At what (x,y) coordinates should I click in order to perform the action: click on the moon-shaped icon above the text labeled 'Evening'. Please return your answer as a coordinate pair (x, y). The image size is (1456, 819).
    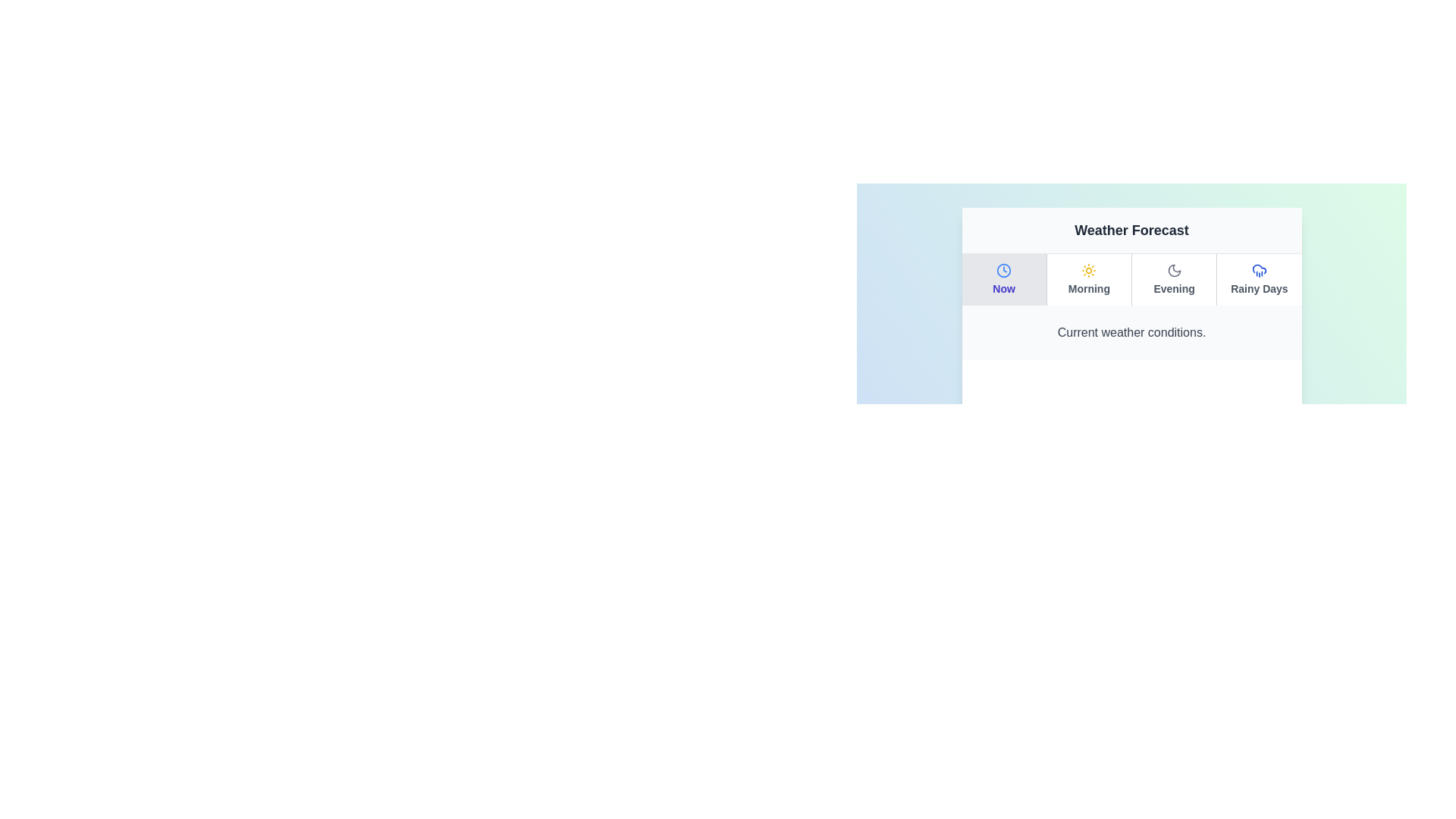
    Looking at the image, I should click on (1173, 270).